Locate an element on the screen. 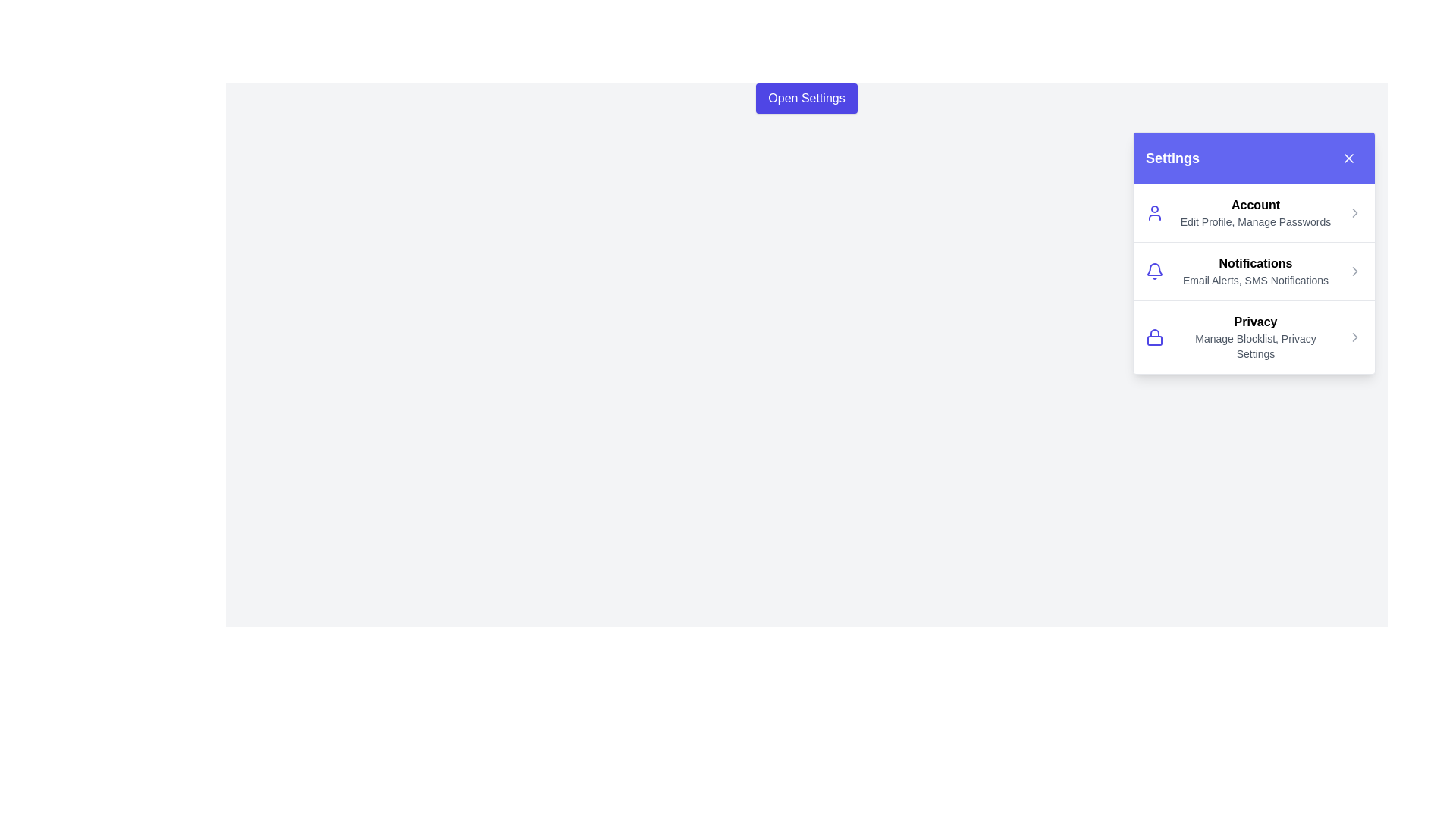 The height and width of the screenshot is (819, 1456). the bolded title of the 'Privacy' section in the settings menu, which is positioned above the descriptive text 'Manage Blocklist, Privacy Settings' and below the 'Notifications' section is located at coordinates (1256, 321).